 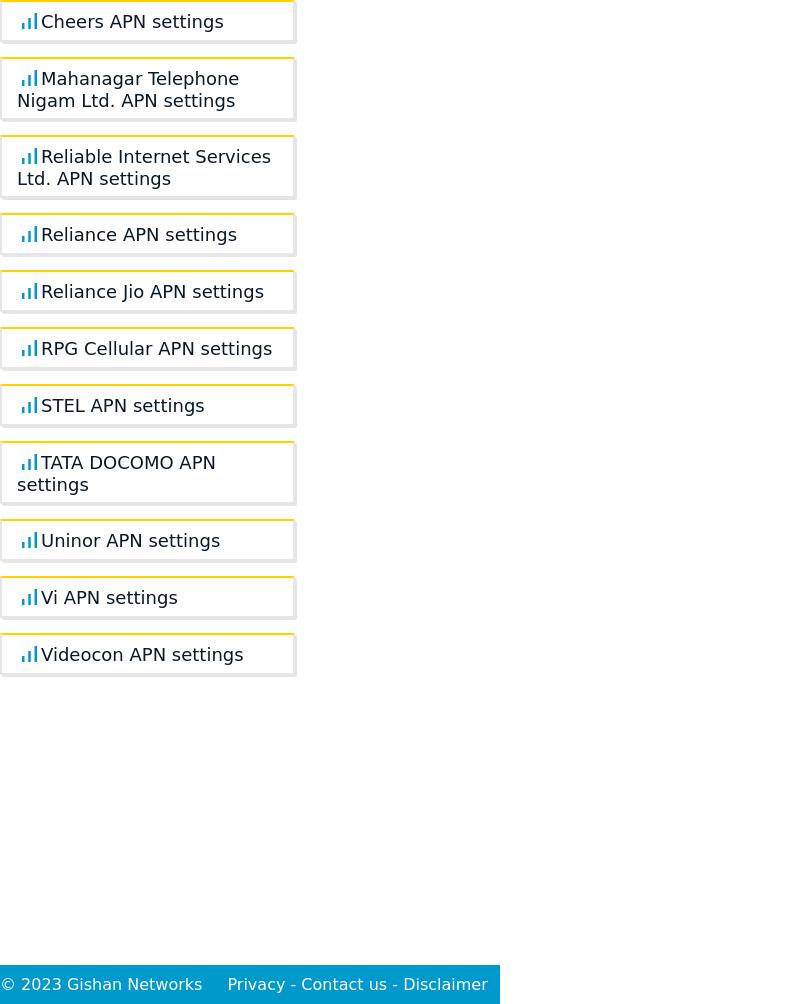 I want to click on 'Uninor APN settings', so click(x=129, y=540).